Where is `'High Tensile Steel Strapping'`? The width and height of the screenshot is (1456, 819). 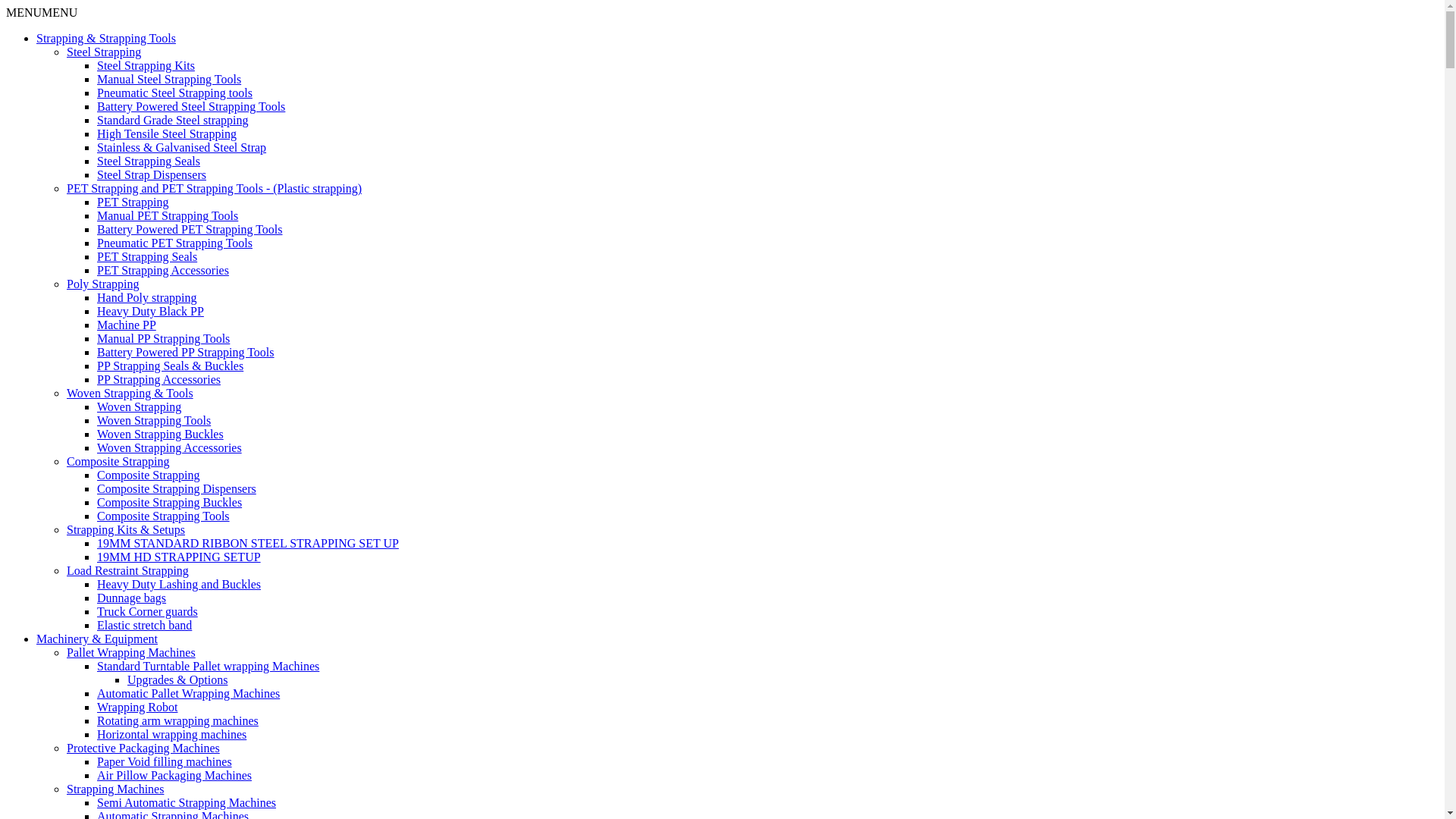
'High Tensile Steel Strapping' is located at coordinates (167, 133).